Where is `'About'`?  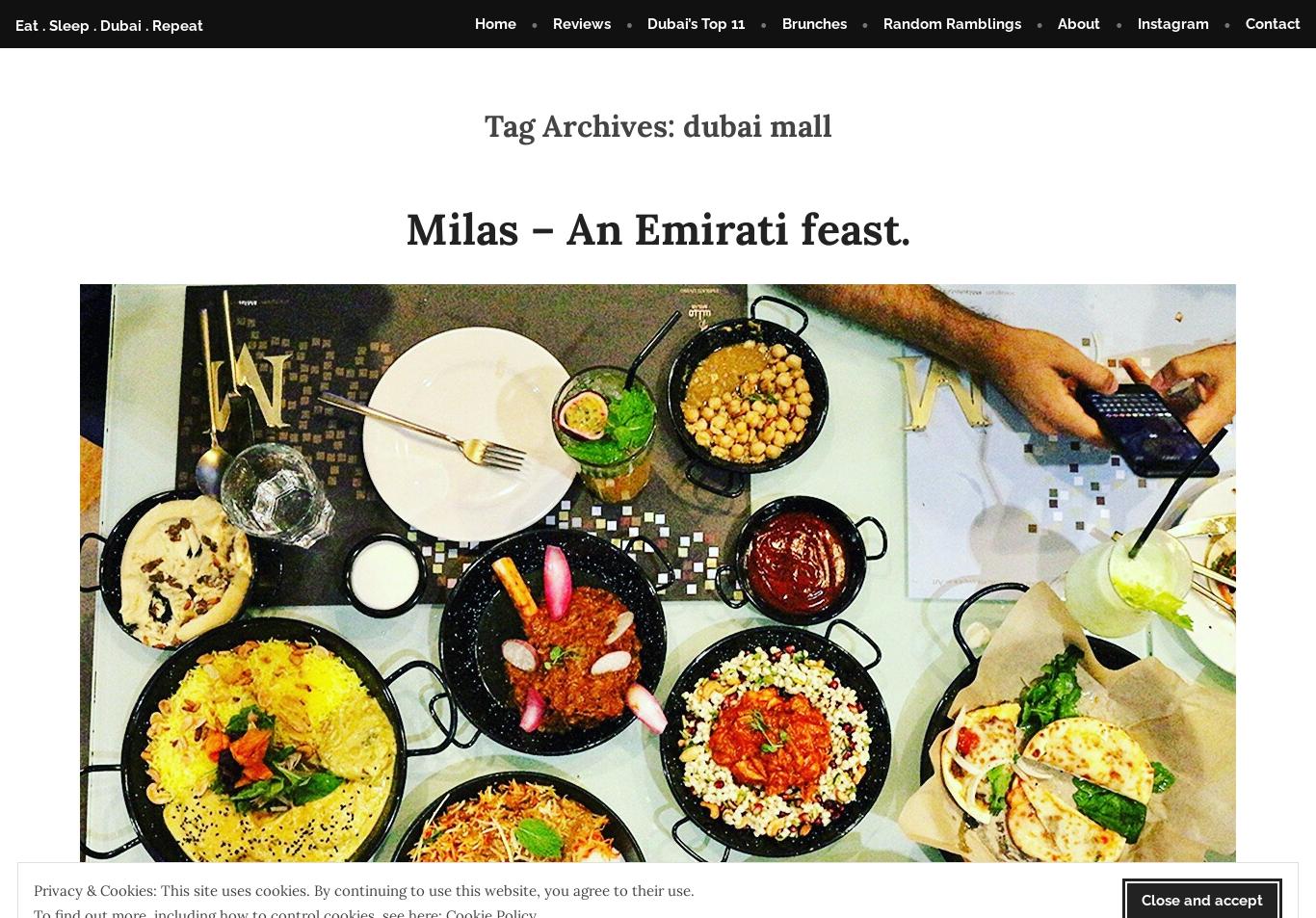 'About' is located at coordinates (1056, 22).